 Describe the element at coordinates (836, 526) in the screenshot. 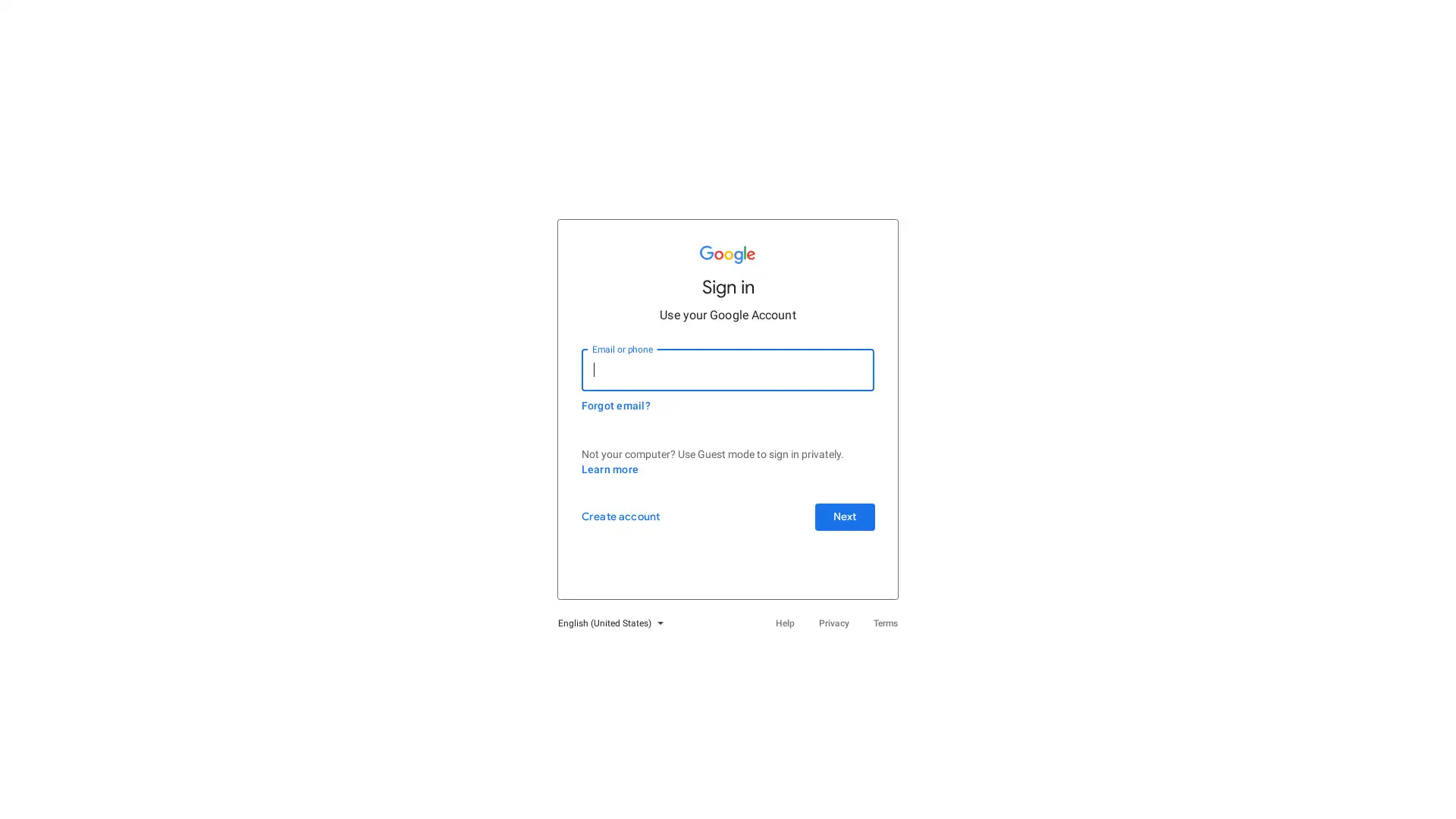

I see `Next` at that location.